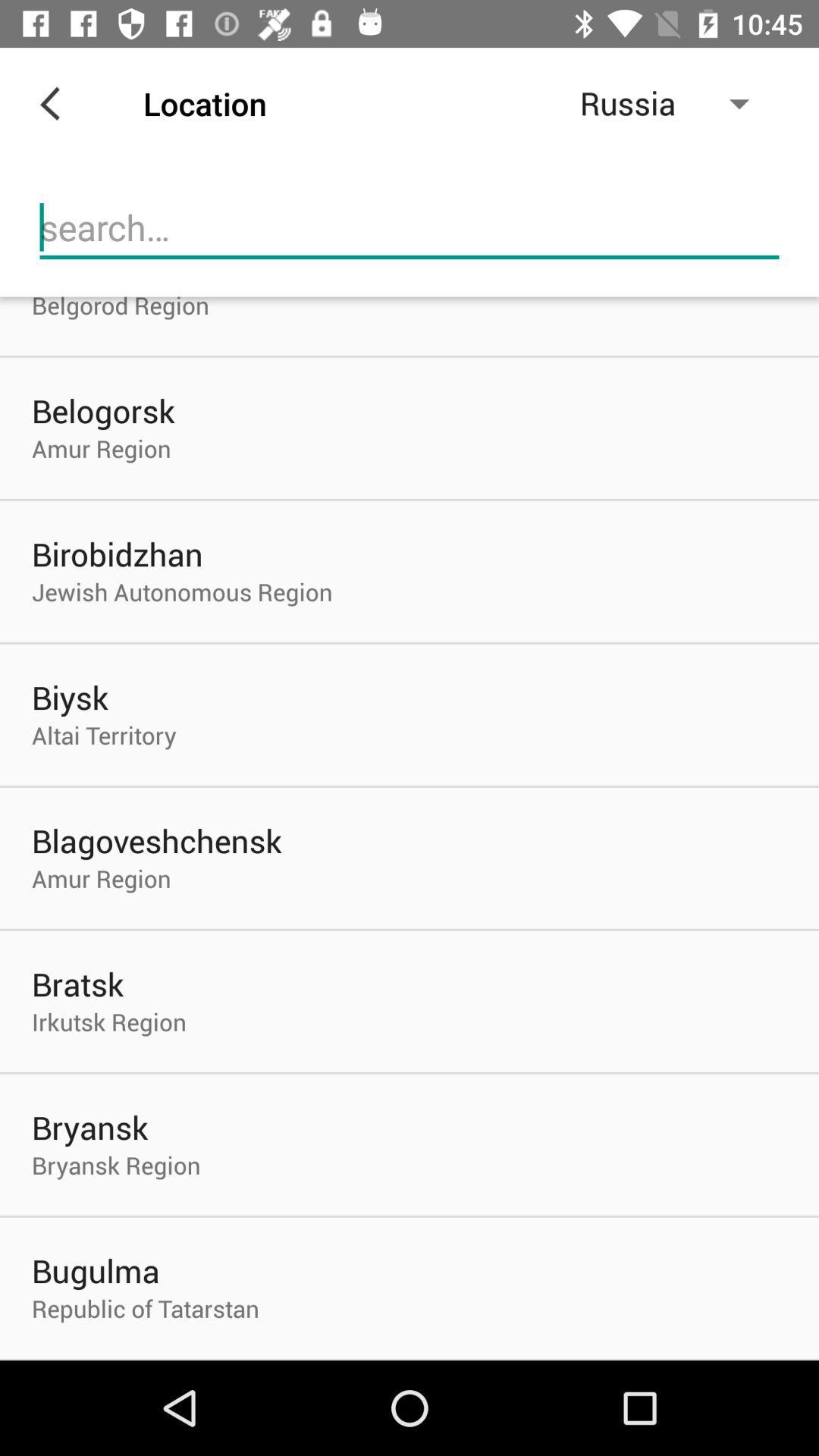  I want to click on search area, so click(409, 227).